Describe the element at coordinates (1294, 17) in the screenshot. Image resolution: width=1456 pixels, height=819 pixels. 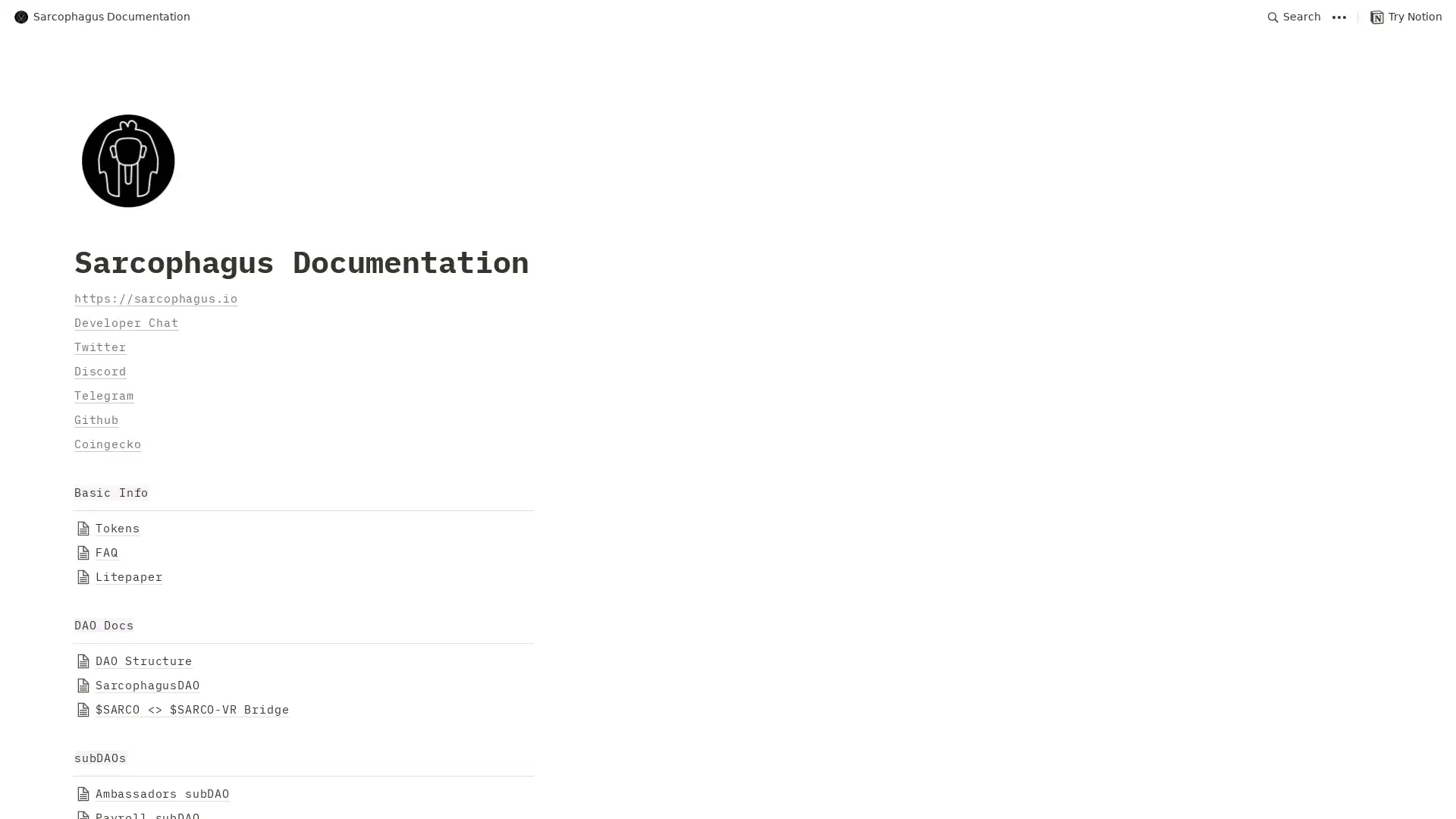
I see `Search` at that location.